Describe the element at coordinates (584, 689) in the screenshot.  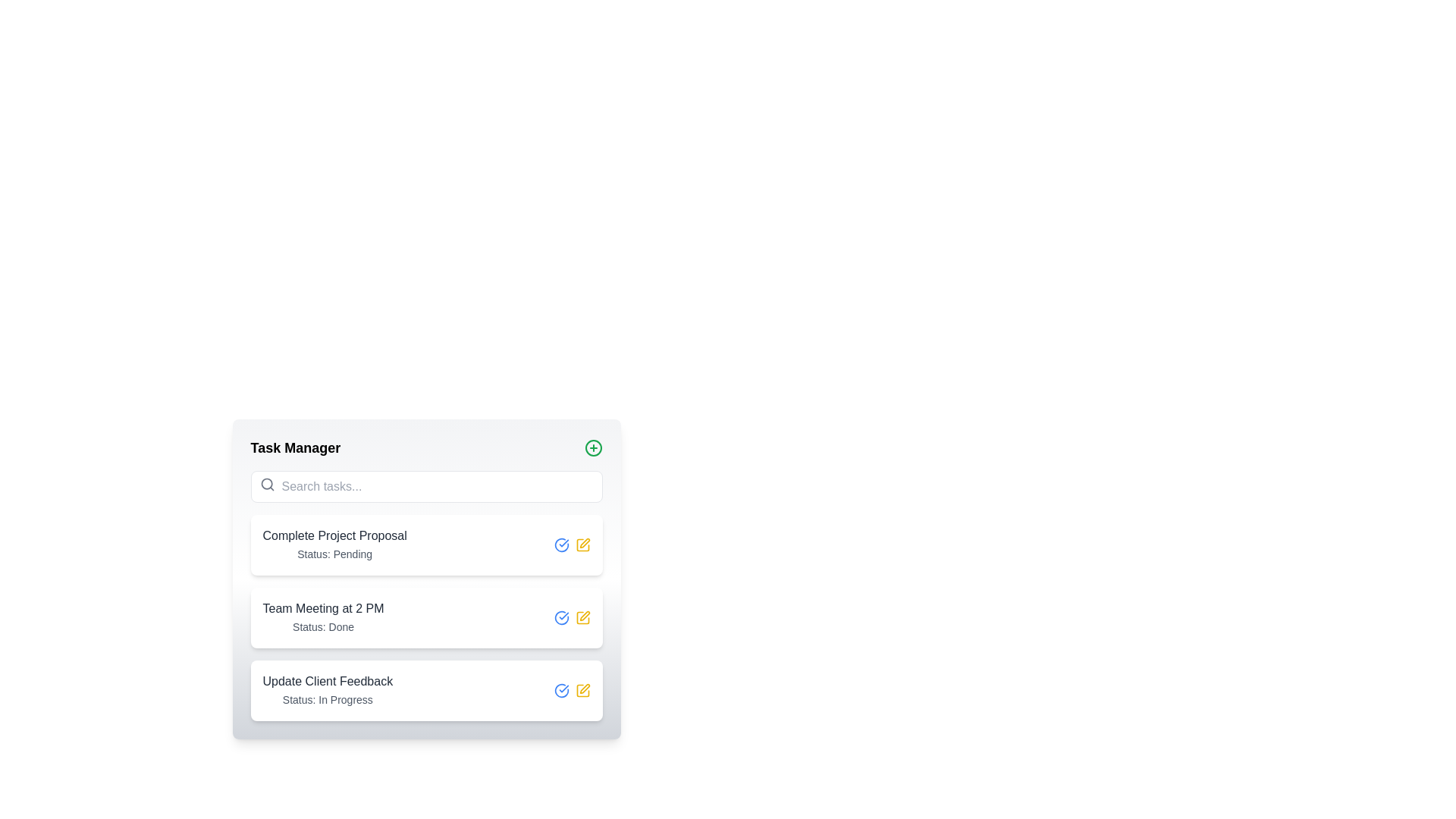
I see `the edit icon located on the far right of the 'Update Client Feedback' row to initiate editing` at that location.